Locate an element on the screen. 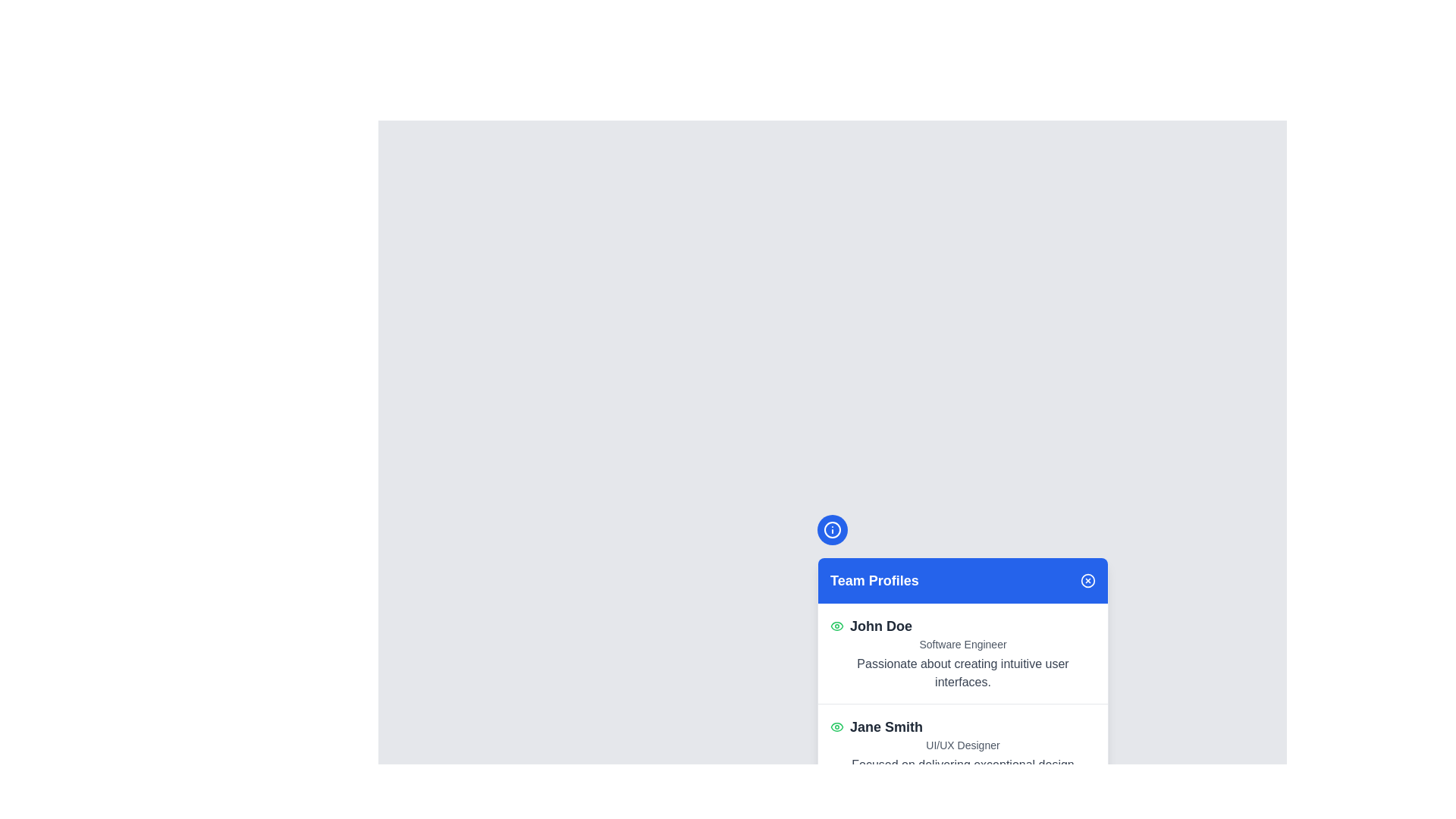  the circular close button with a blue background and white 'X' symbol located at the top-right corner of the 'Team Profiles' section's header is located at coordinates (1087, 580).